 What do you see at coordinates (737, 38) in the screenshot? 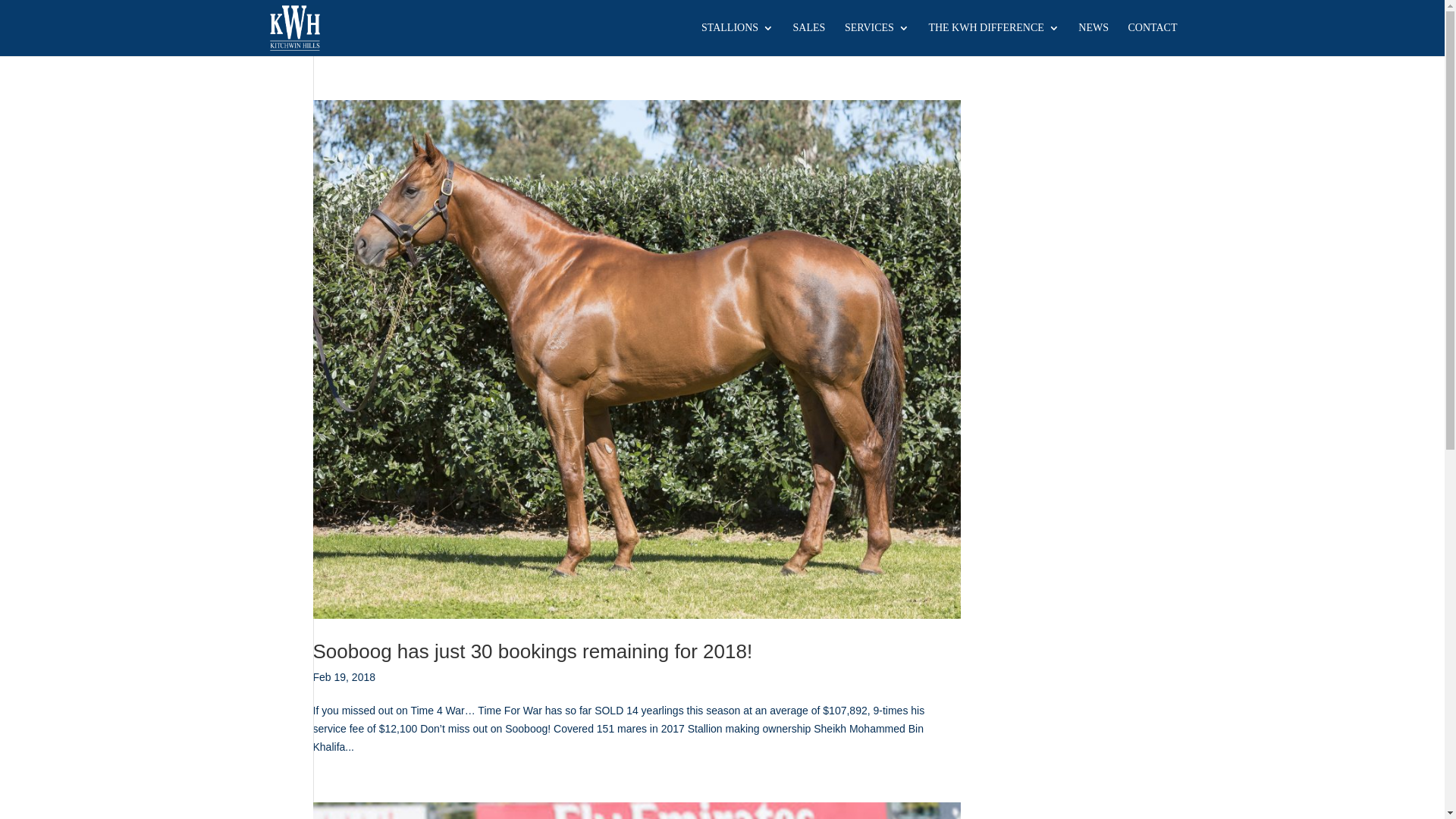
I see `'STALLIONS'` at bounding box center [737, 38].